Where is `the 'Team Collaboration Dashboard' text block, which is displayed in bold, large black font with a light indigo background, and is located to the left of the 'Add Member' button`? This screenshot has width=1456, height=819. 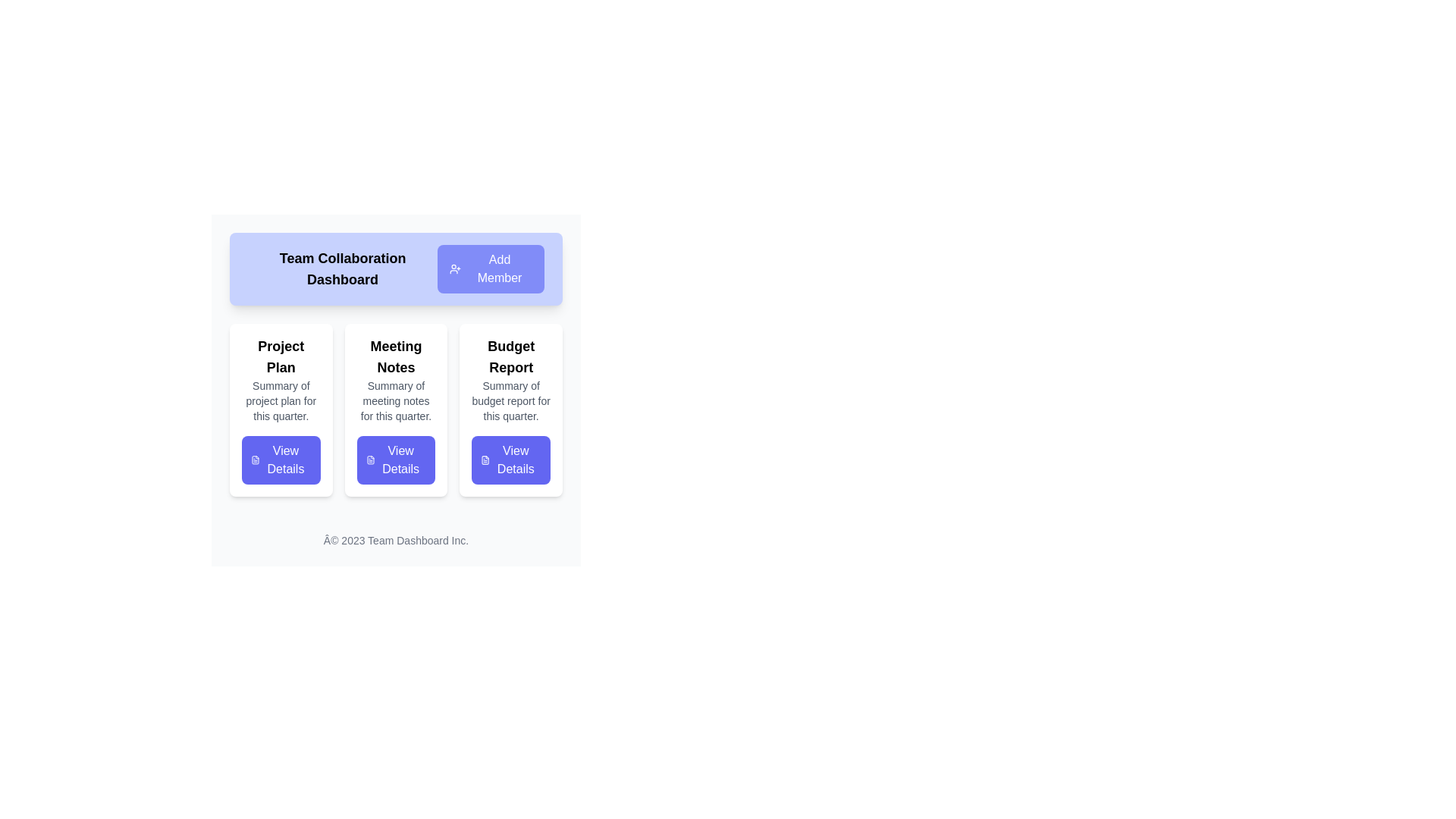 the 'Team Collaboration Dashboard' text block, which is displayed in bold, large black font with a light indigo background, and is located to the left of the 'Add Member' button is located at coordinates (342, 268).